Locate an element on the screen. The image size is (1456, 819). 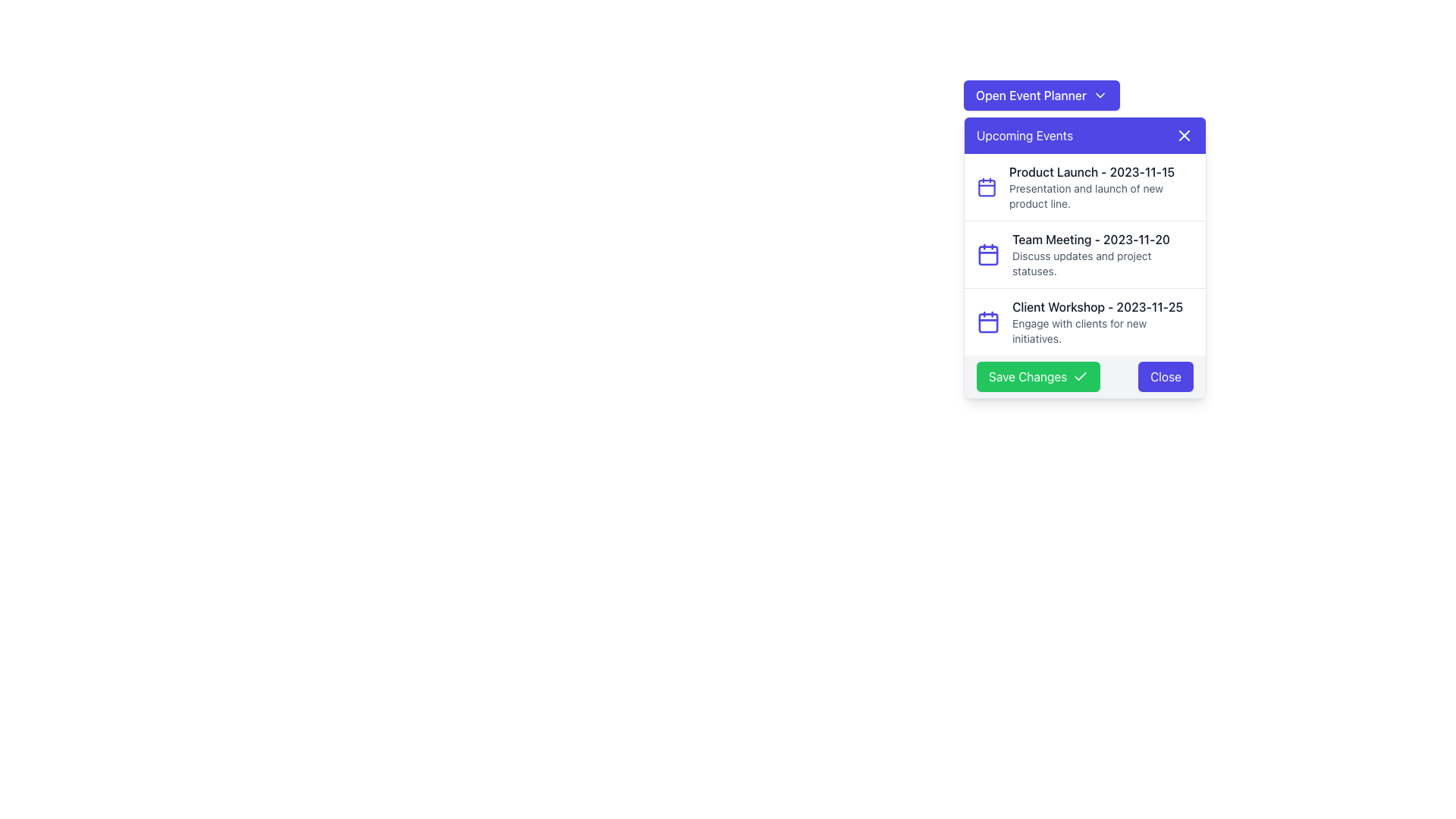
text from the first item in the 'Upcoming Events' list, which provides details about an upcoming product launch event is located at coordinates (1101, 186).